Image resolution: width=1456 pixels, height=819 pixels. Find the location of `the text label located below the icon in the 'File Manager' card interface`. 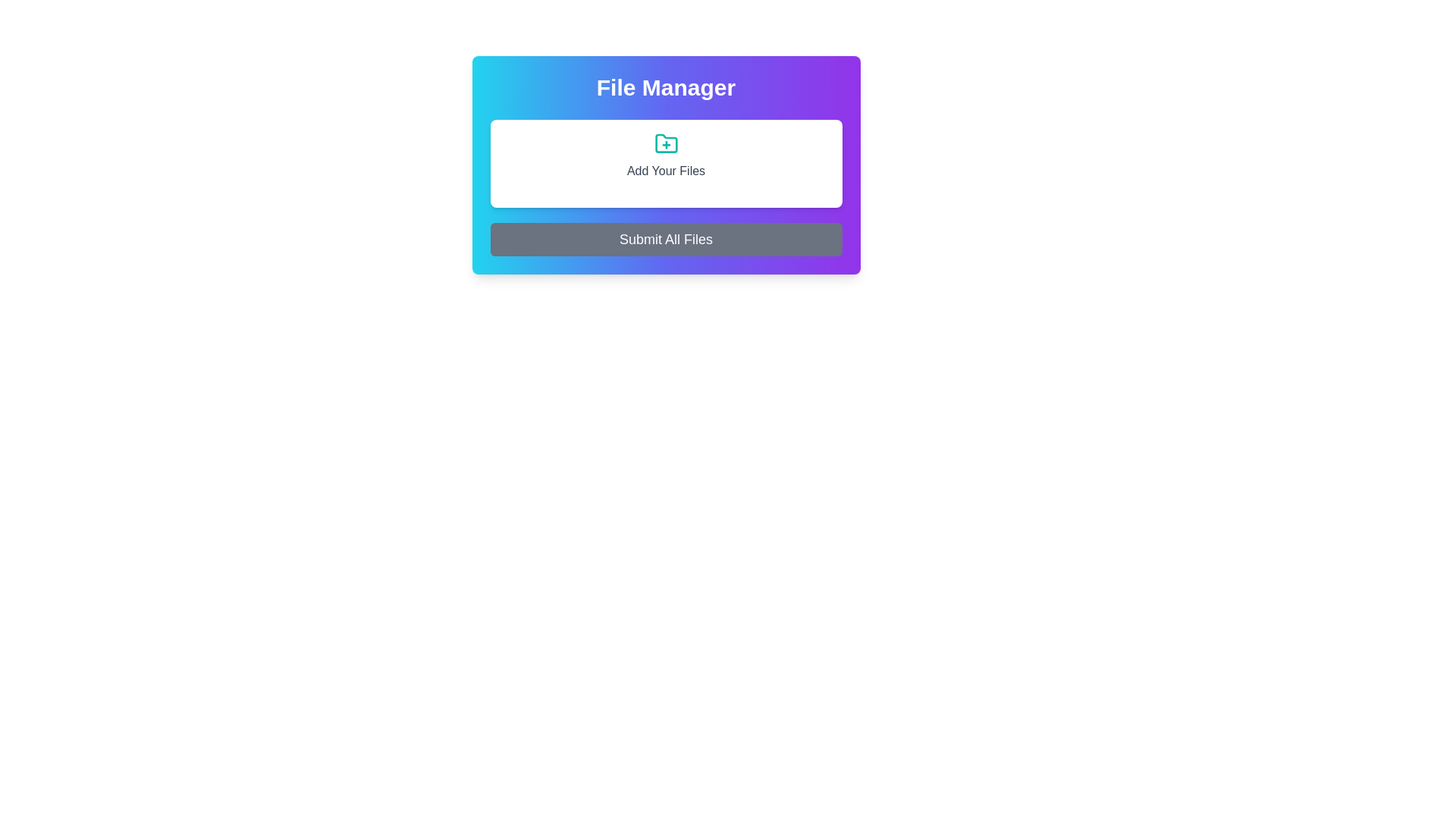

the text label located below the icon in the 'File Manager' card interface is located at coordinates (666, 171).